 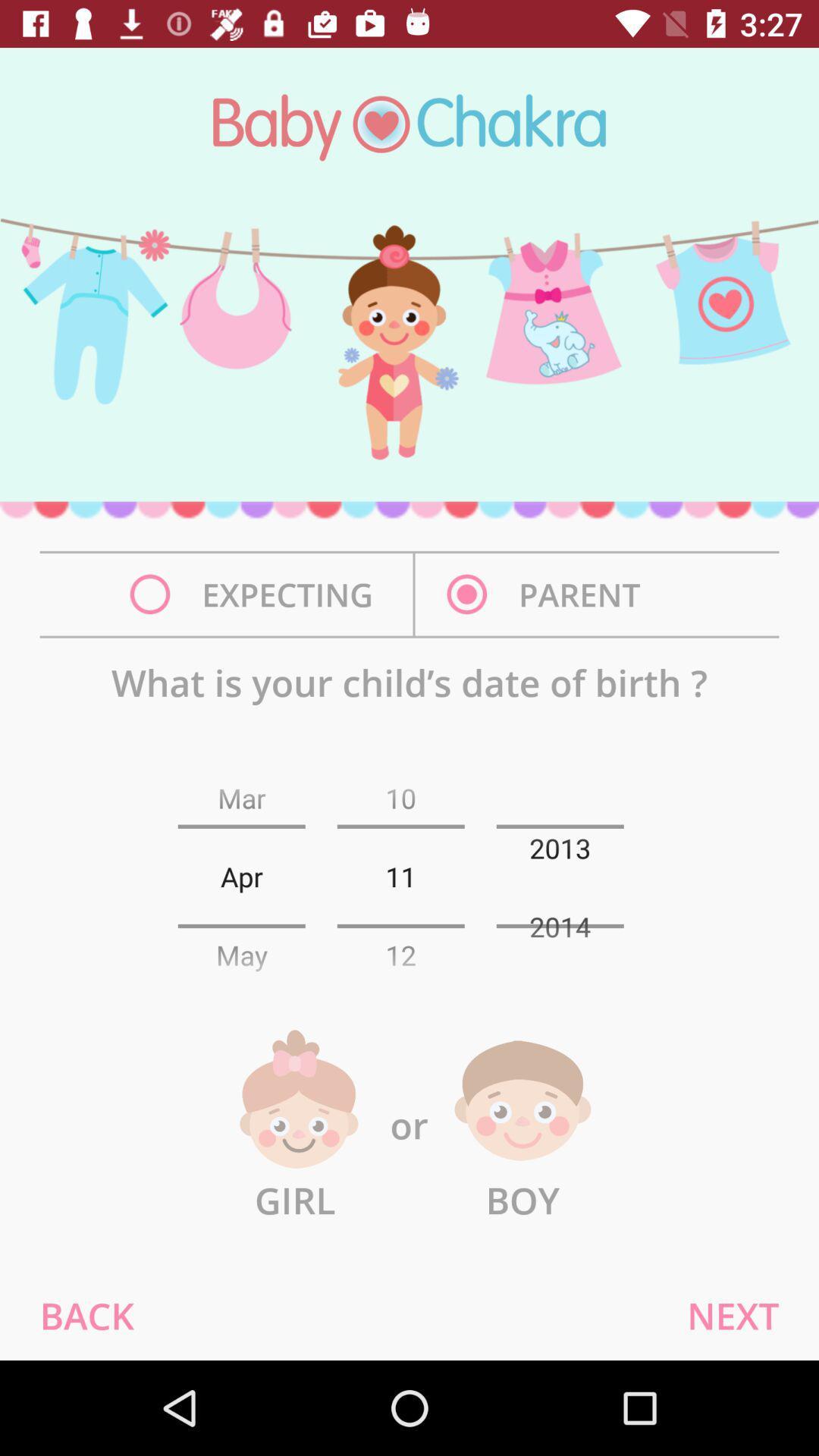 What do you see at coordinates (409, 127) in the screenshot?
I see `baby chakra` at bounding box center [409, 127].